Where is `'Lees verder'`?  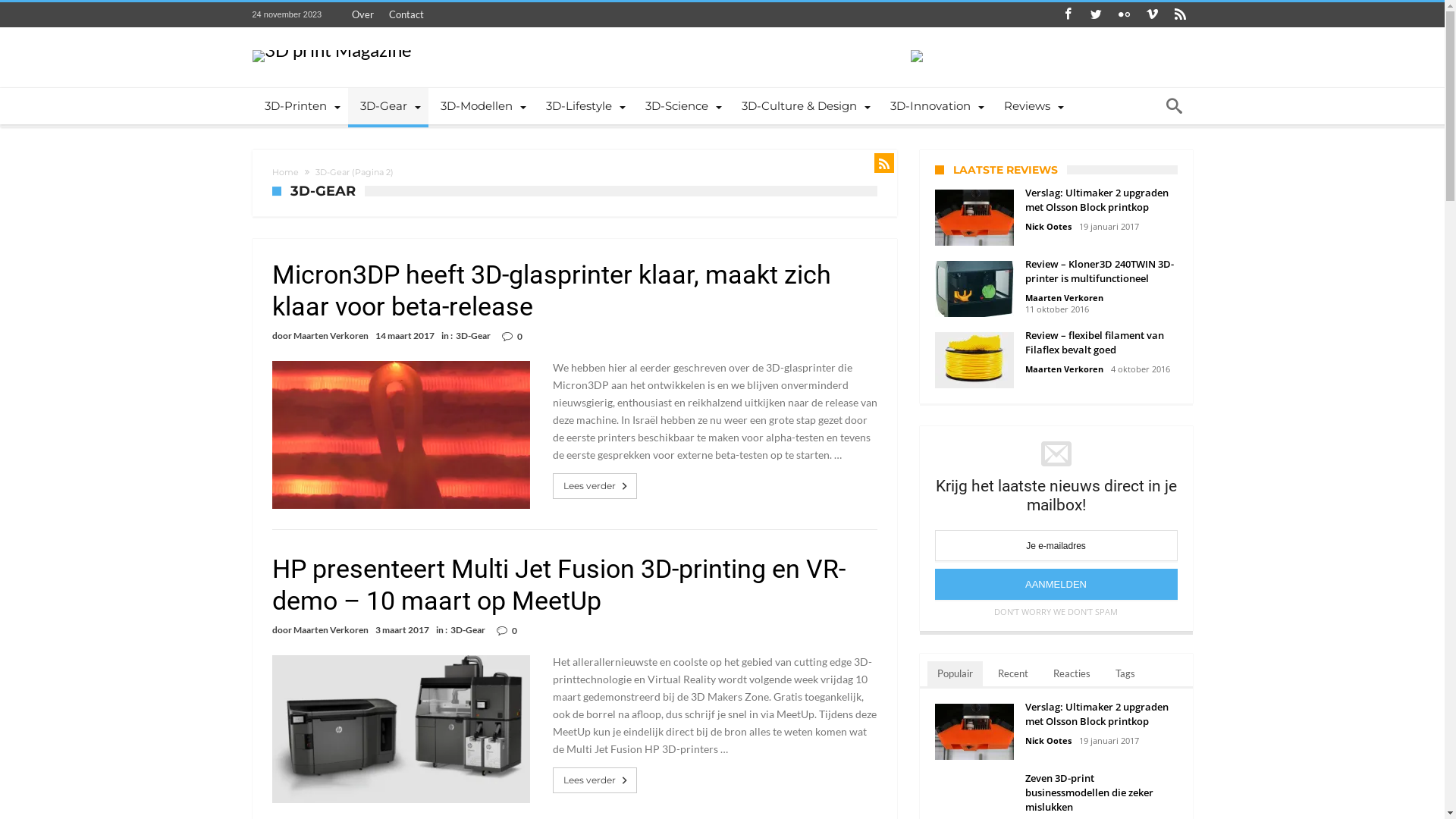
'Lees verder' is located at coordinates (562, 780).